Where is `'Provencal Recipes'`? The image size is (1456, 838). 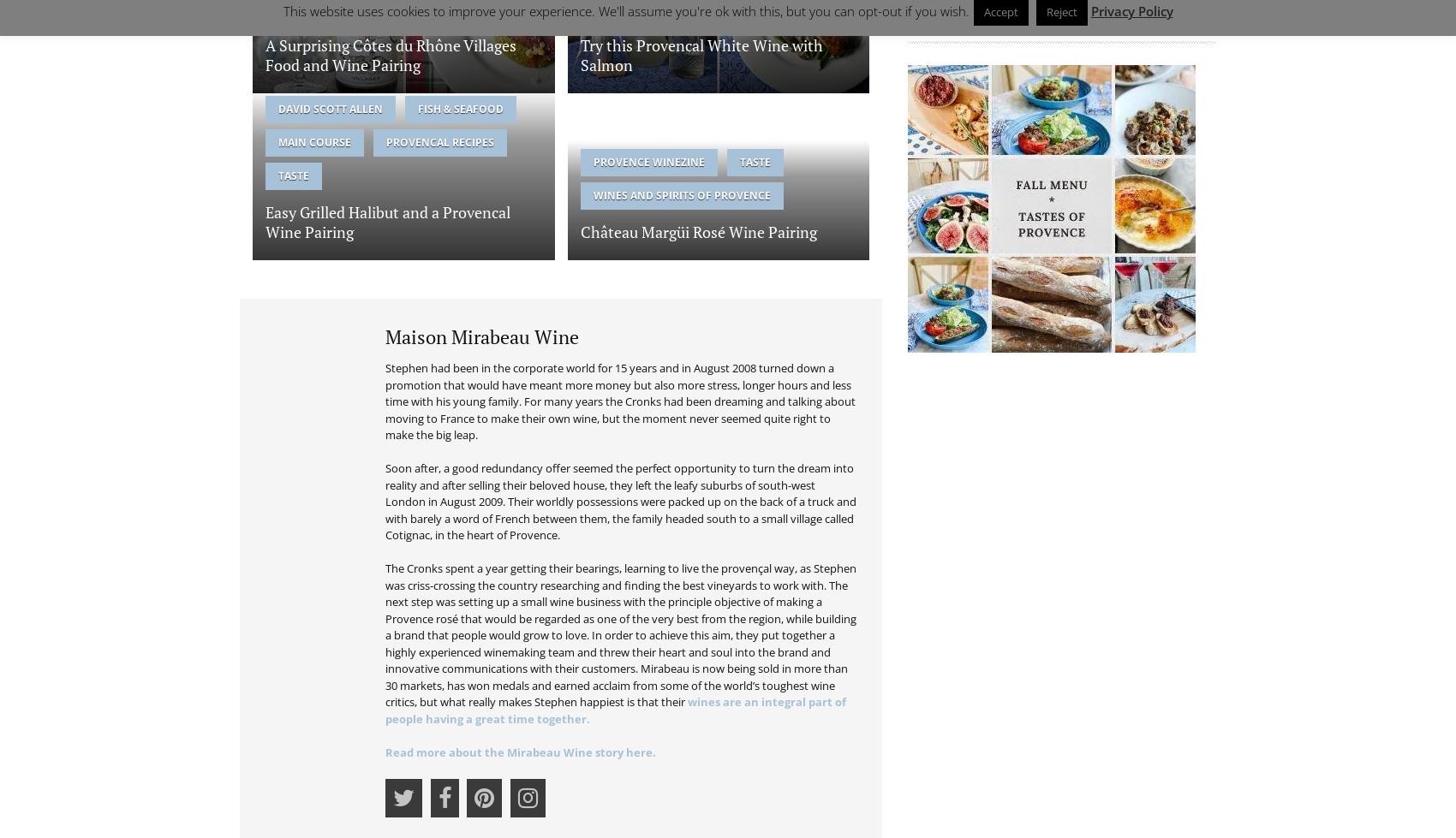
'Provencal Recipes' is located at coordinates (440, 141).